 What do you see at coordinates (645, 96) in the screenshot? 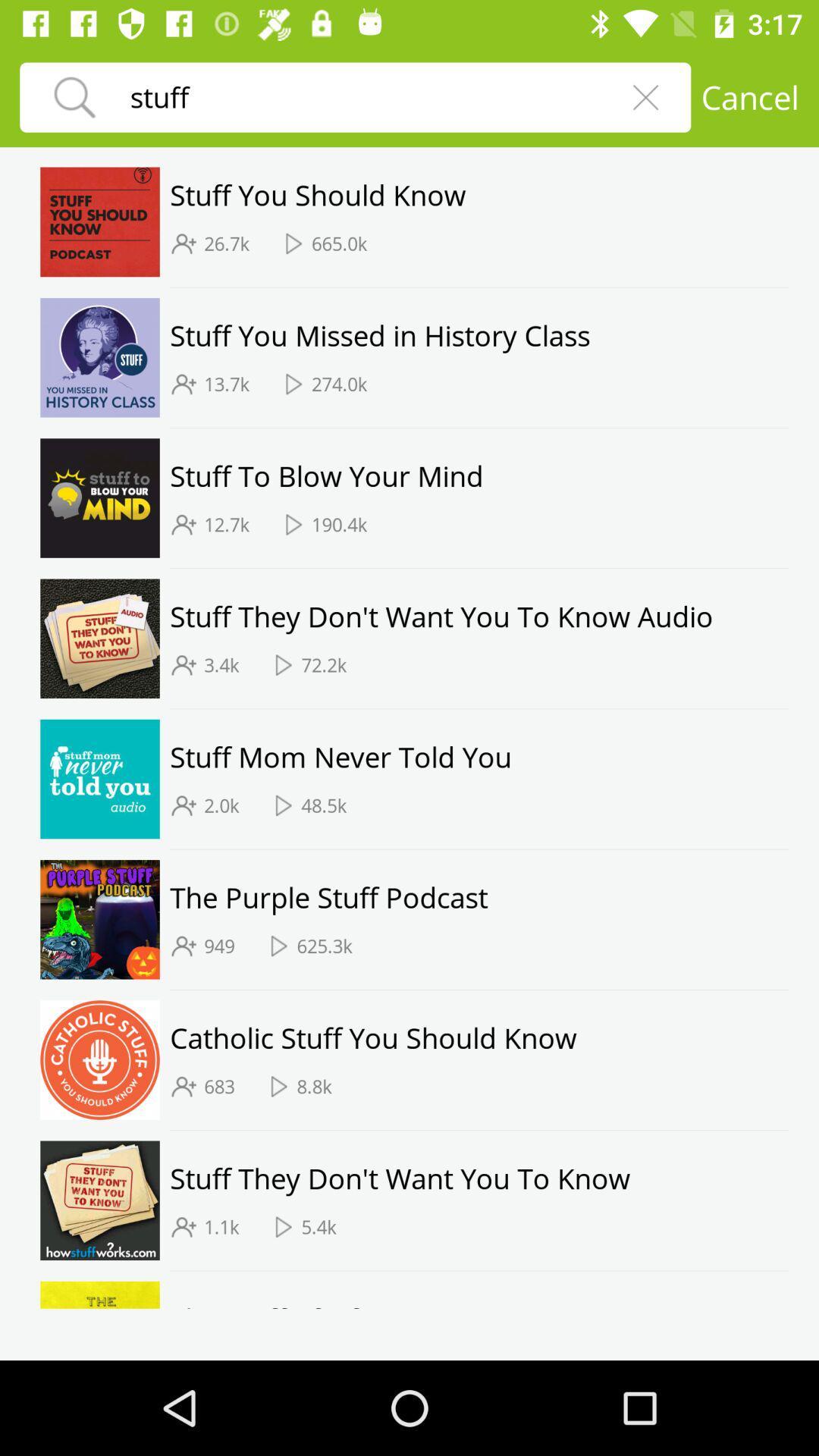
I see `the item next to stuff icon` at bounding box center [645, 96].